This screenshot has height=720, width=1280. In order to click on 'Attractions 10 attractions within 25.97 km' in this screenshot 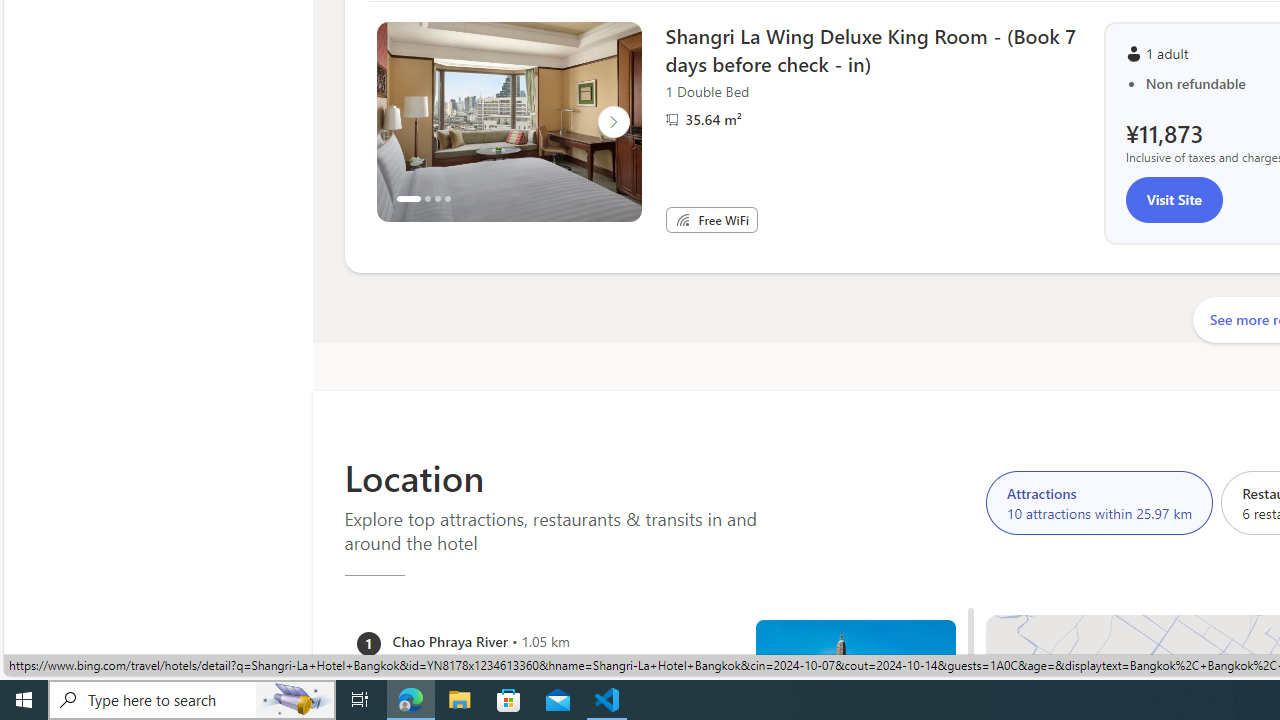, I will do `click(1098, 501)`.